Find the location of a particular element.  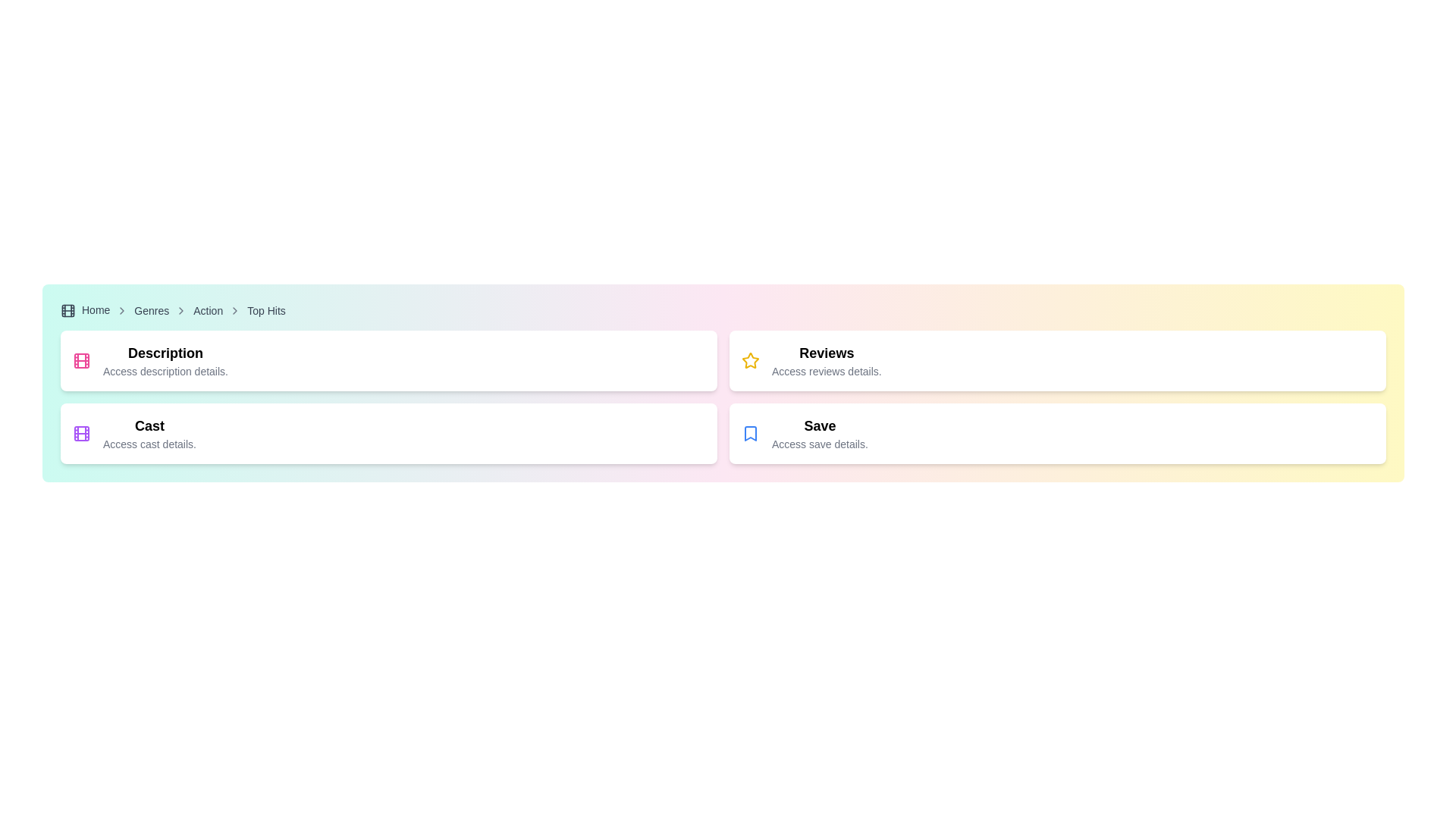

the 'Save' text label, which is a bold, larger font heading located in the bottom-right card of a grid, adjacent to the bookmark icon and above the smaller text 'Access save details.' is located at coordinates (819, 426).